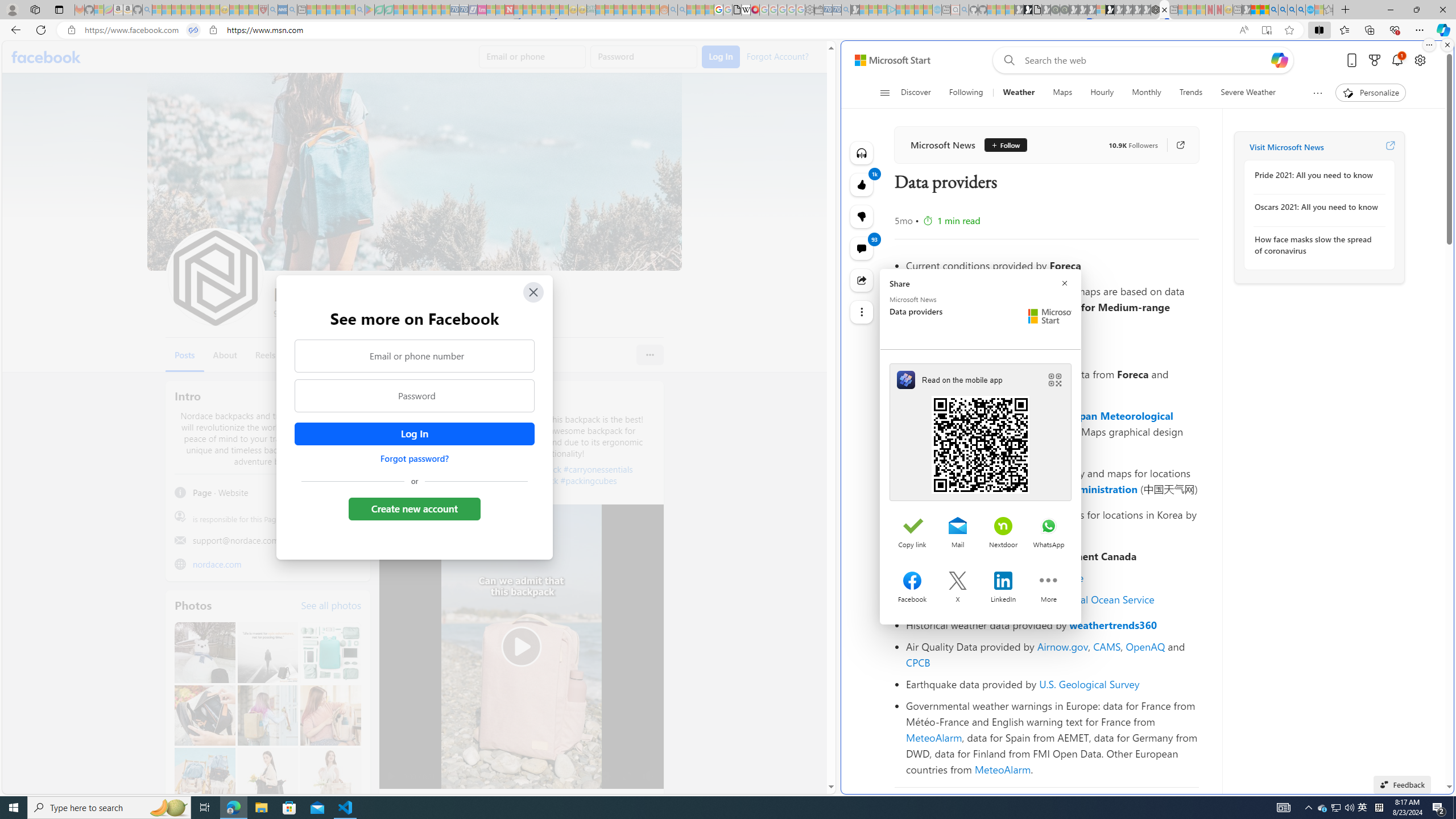 This screenshot has width=1456, height=819. Describe the element at coordinates (862, 248) in the screenshot. I see `'View comments 93 Comment'` at that location.